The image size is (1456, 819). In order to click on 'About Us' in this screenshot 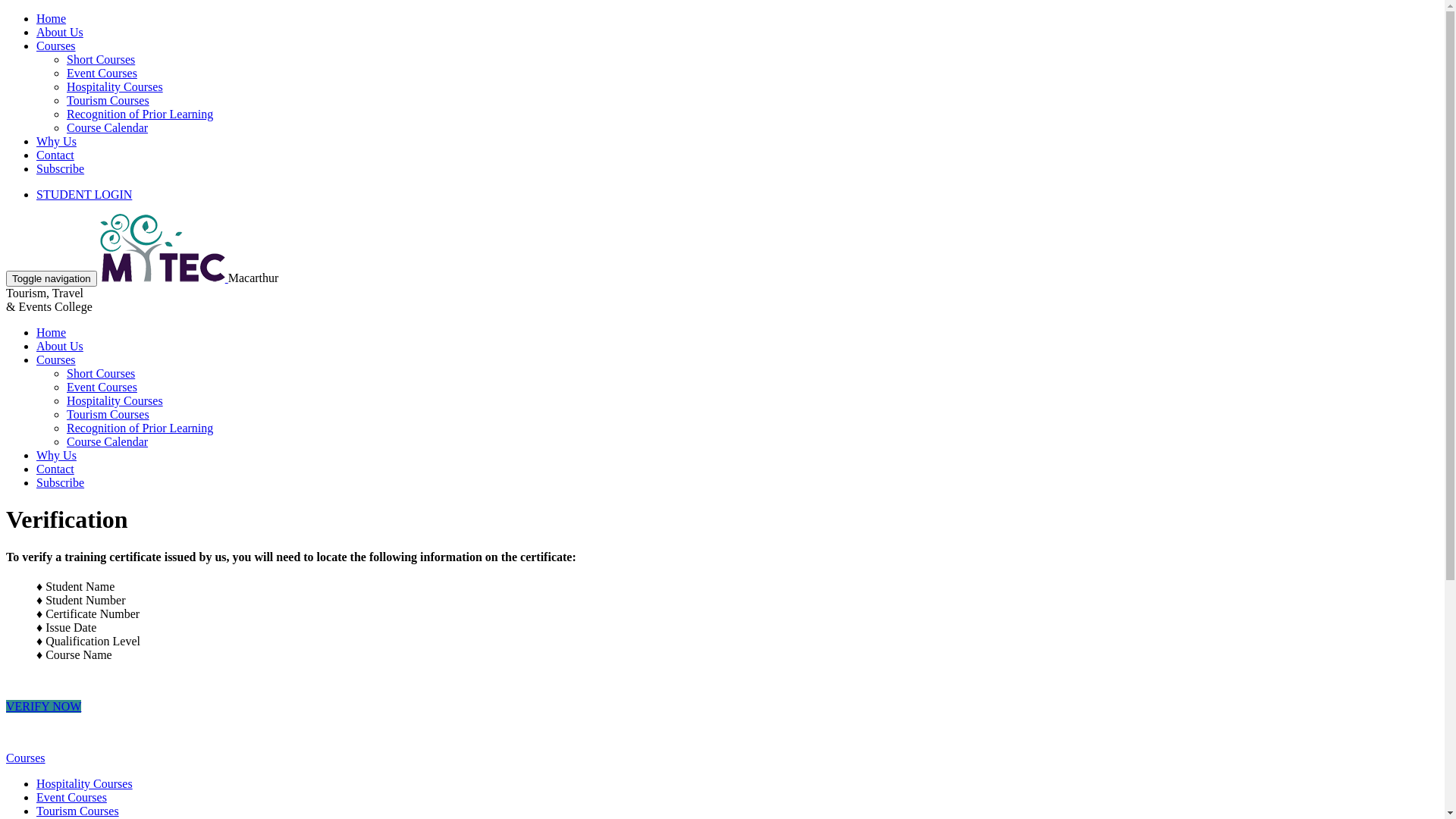, I will do `click(59, 32)`.